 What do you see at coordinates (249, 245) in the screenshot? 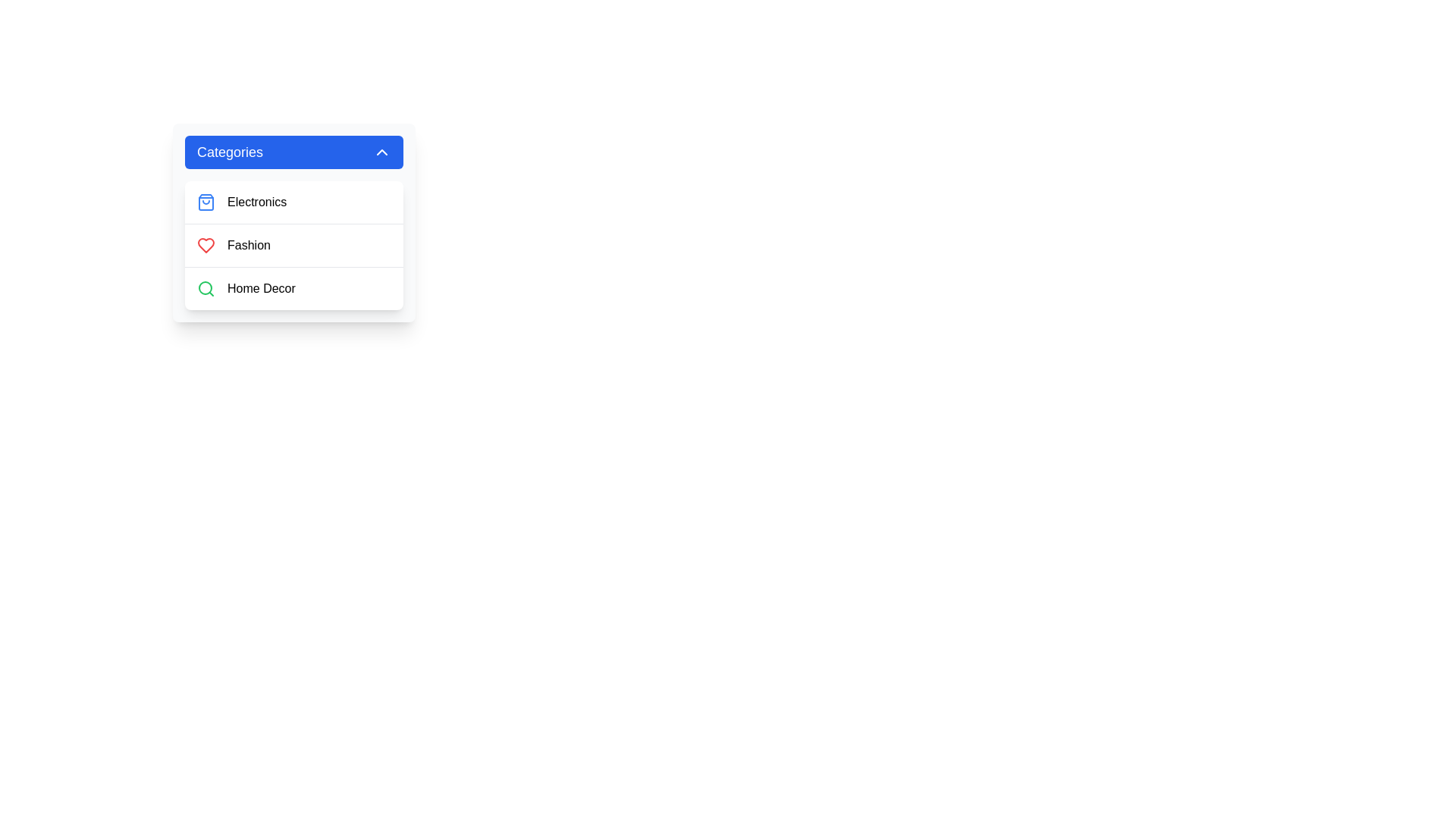
I see `the text label 'Fashion'` at bounding box center [249, 245].